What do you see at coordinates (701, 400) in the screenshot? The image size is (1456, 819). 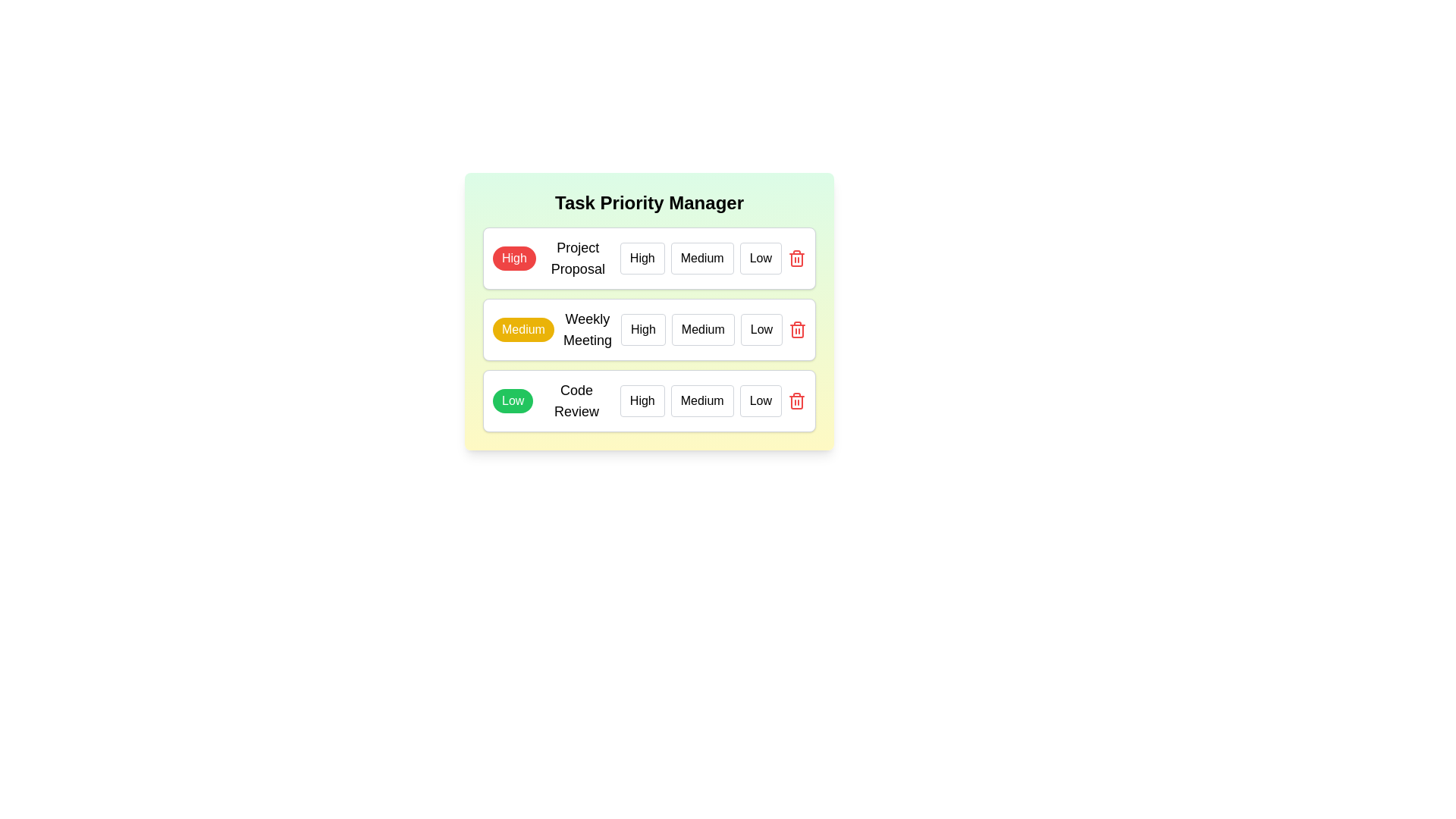 I see `the priority level Medium for the task Code Review` at bounding box center [701, 400].